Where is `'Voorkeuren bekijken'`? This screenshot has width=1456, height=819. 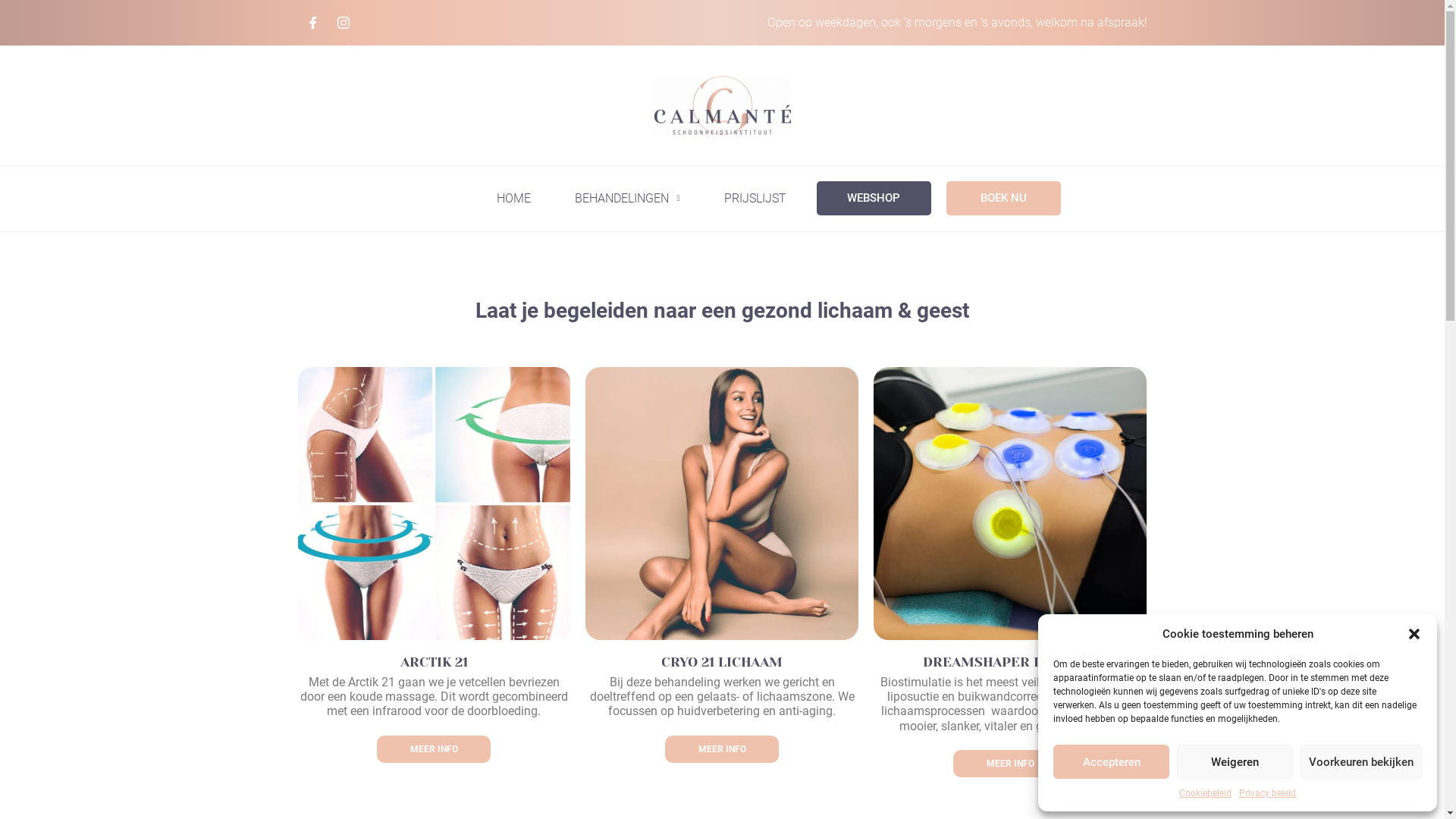
'Voorkeuren bekijken' is located at coordinates (1361, 761).